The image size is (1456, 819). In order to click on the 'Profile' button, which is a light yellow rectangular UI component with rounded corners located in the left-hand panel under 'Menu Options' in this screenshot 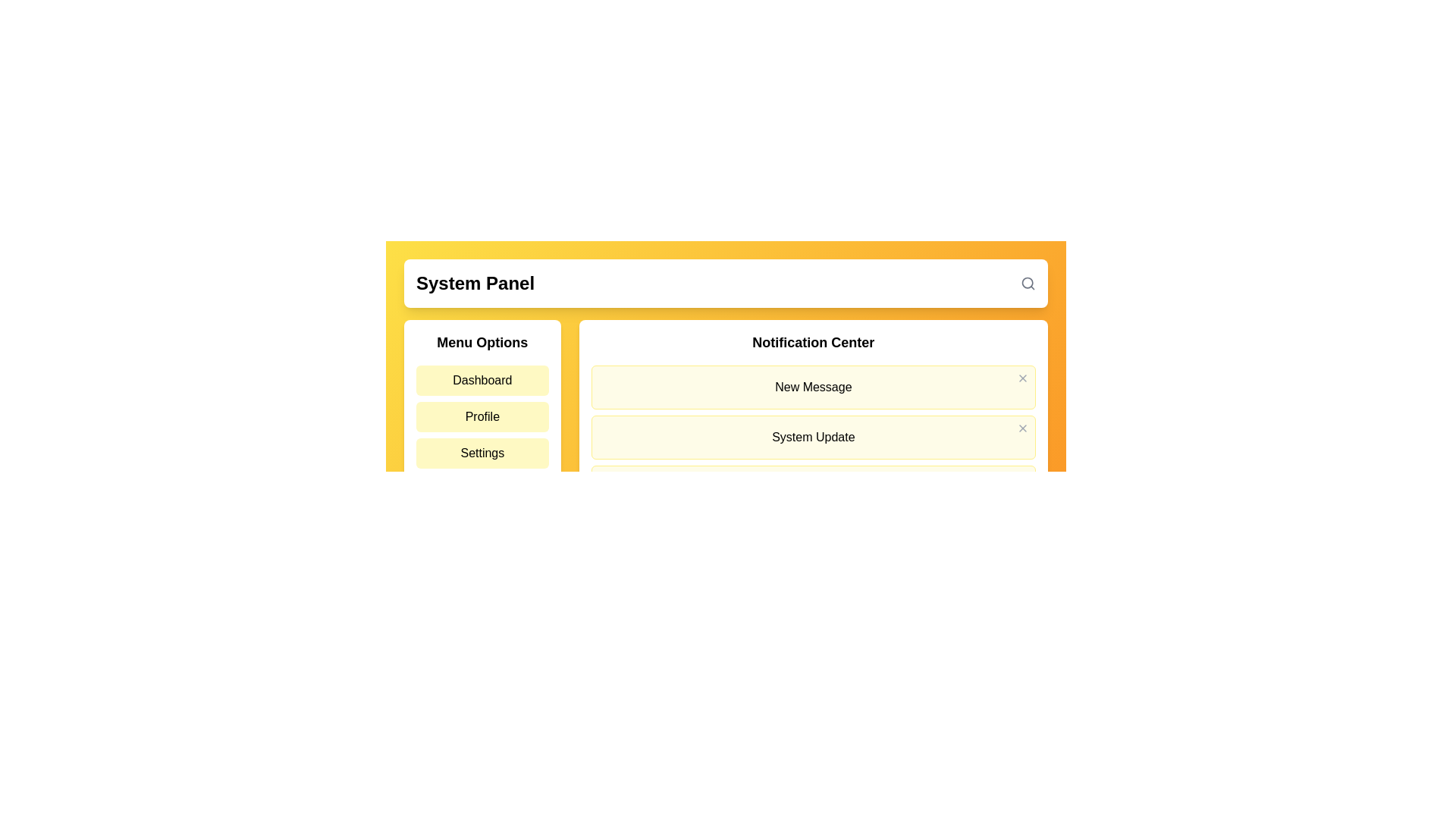, I will do `click(482, 417)`.